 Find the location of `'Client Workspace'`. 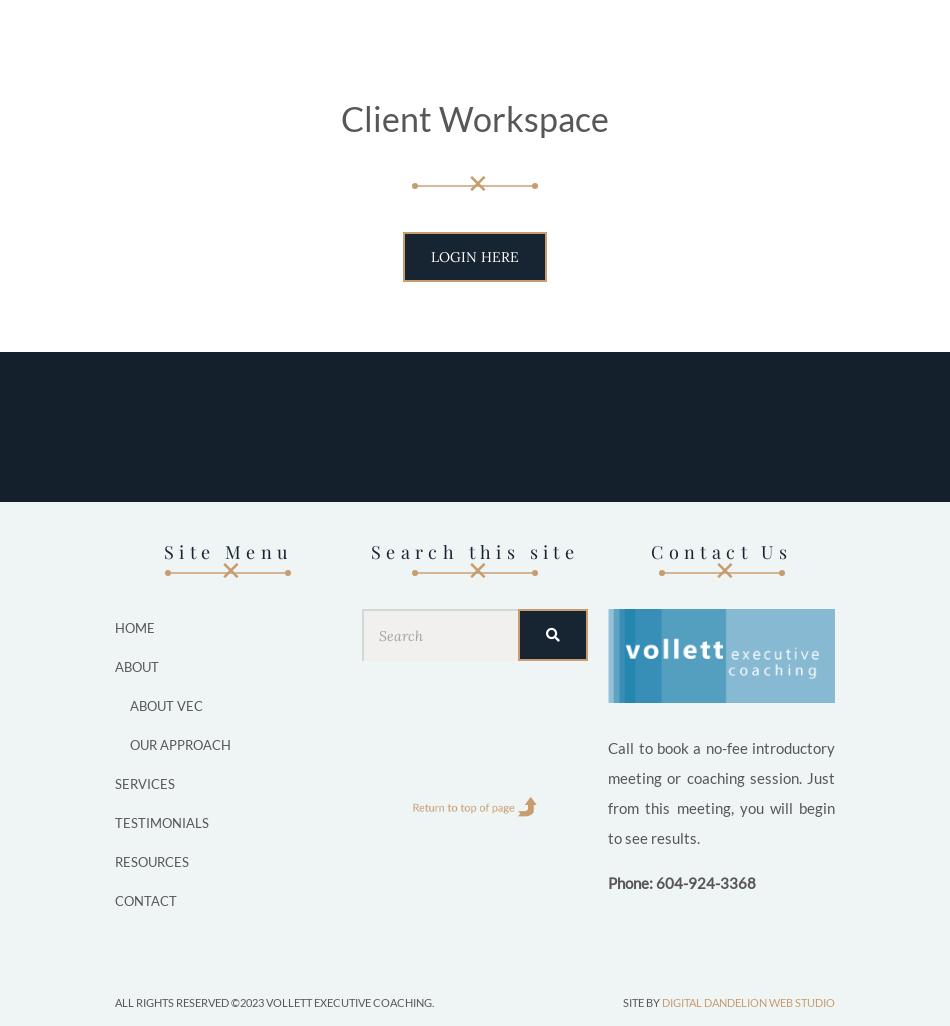

'Client Workspace' is located at coordinates (339, 118).